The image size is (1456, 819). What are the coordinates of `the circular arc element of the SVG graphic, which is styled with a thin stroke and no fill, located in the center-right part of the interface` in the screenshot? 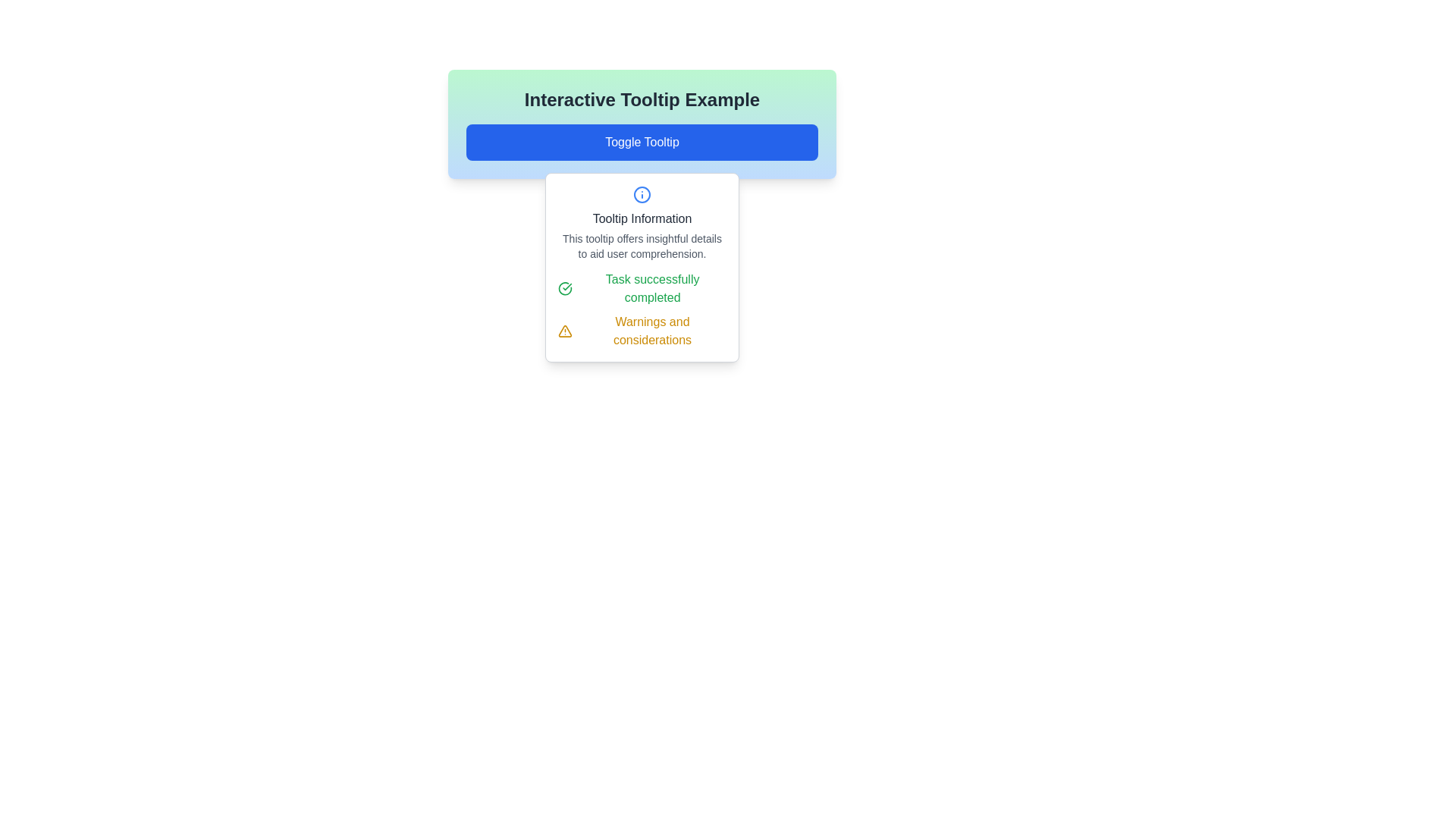 It's located at (564, 289).